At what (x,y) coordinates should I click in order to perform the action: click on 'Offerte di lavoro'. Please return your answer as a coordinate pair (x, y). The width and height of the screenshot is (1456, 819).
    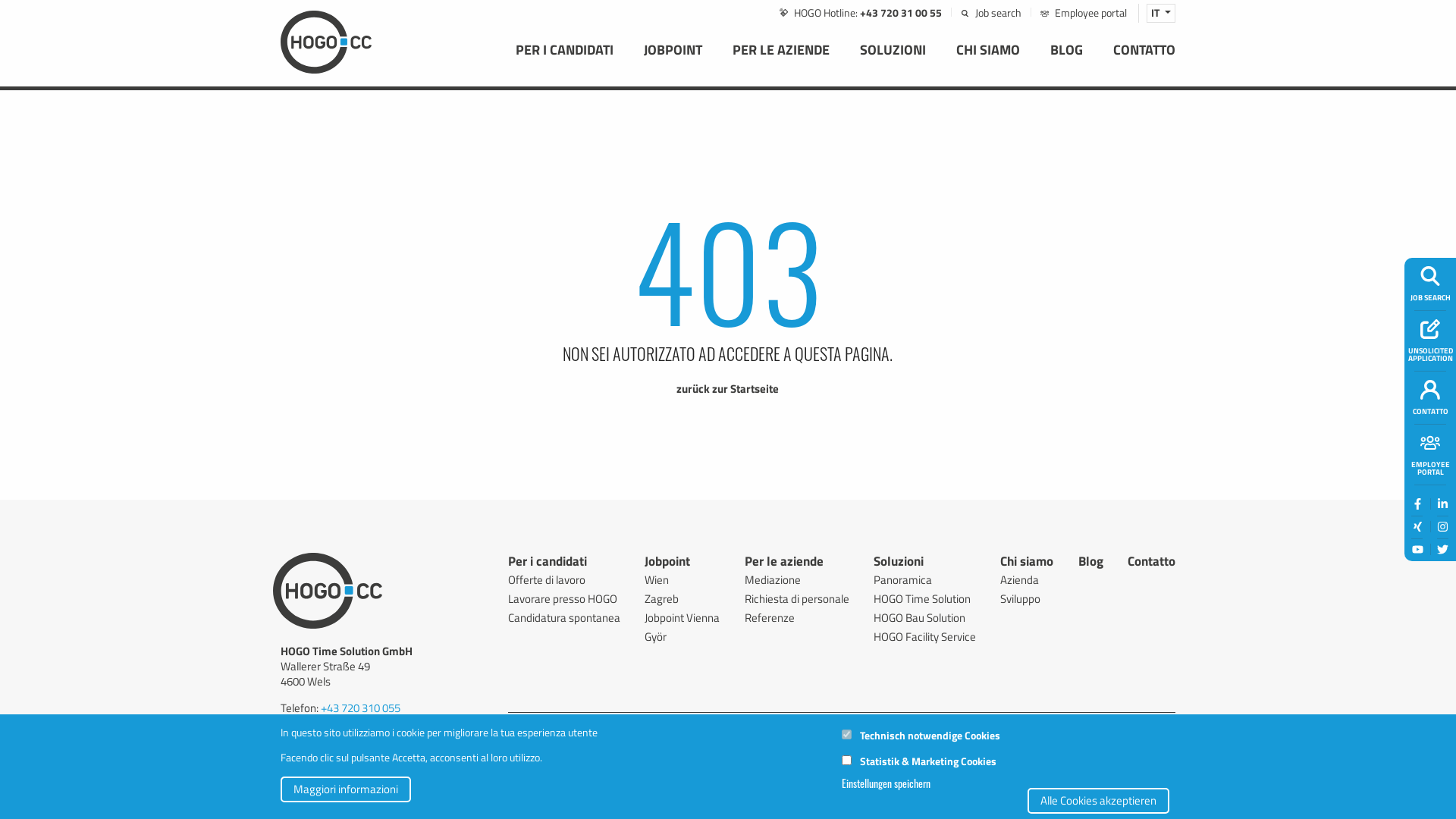
    Looking at the image, I should click on (563, 579).